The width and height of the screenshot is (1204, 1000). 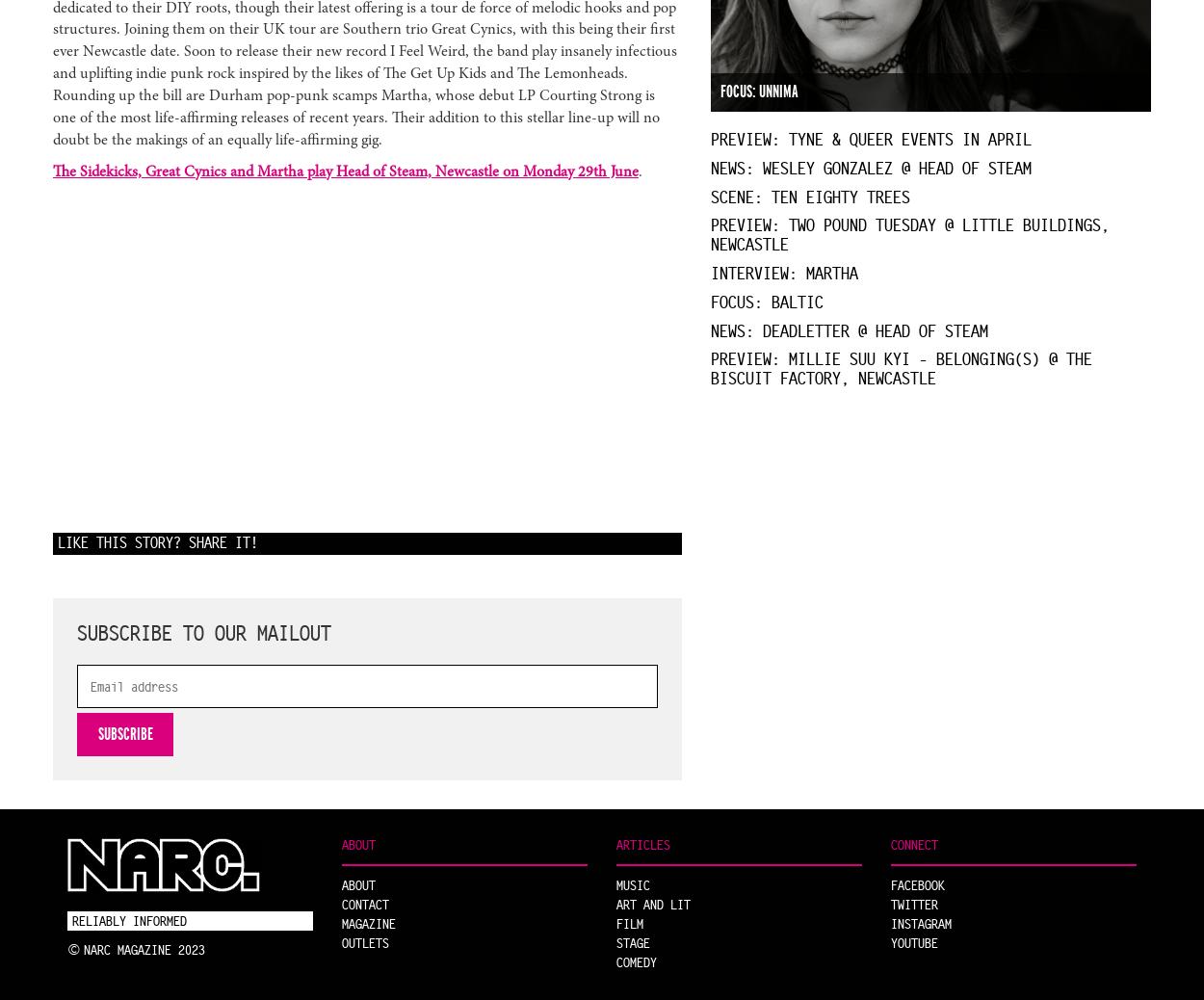 What do you see at coordinates (766, 301) in the screenshot?
I see `'Focus: BALTIC'` at bounding box center [766, 301].